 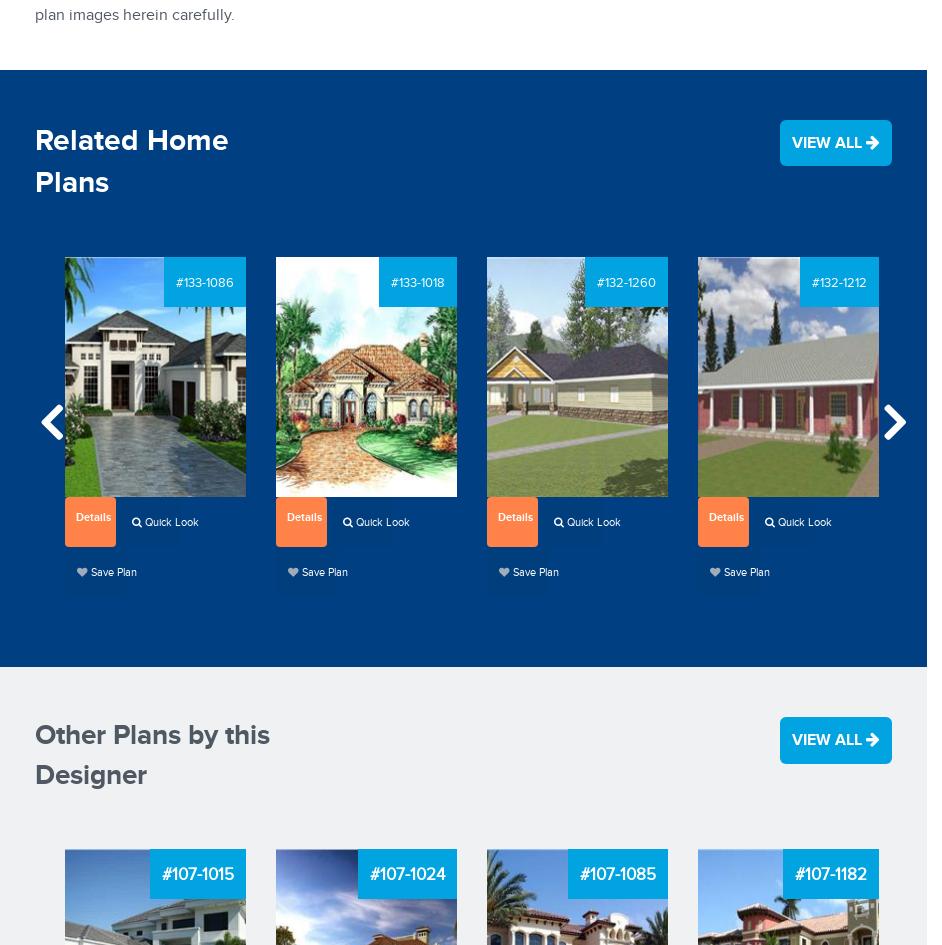 I want to click on '#132-1212', so click(x=838, y=283).